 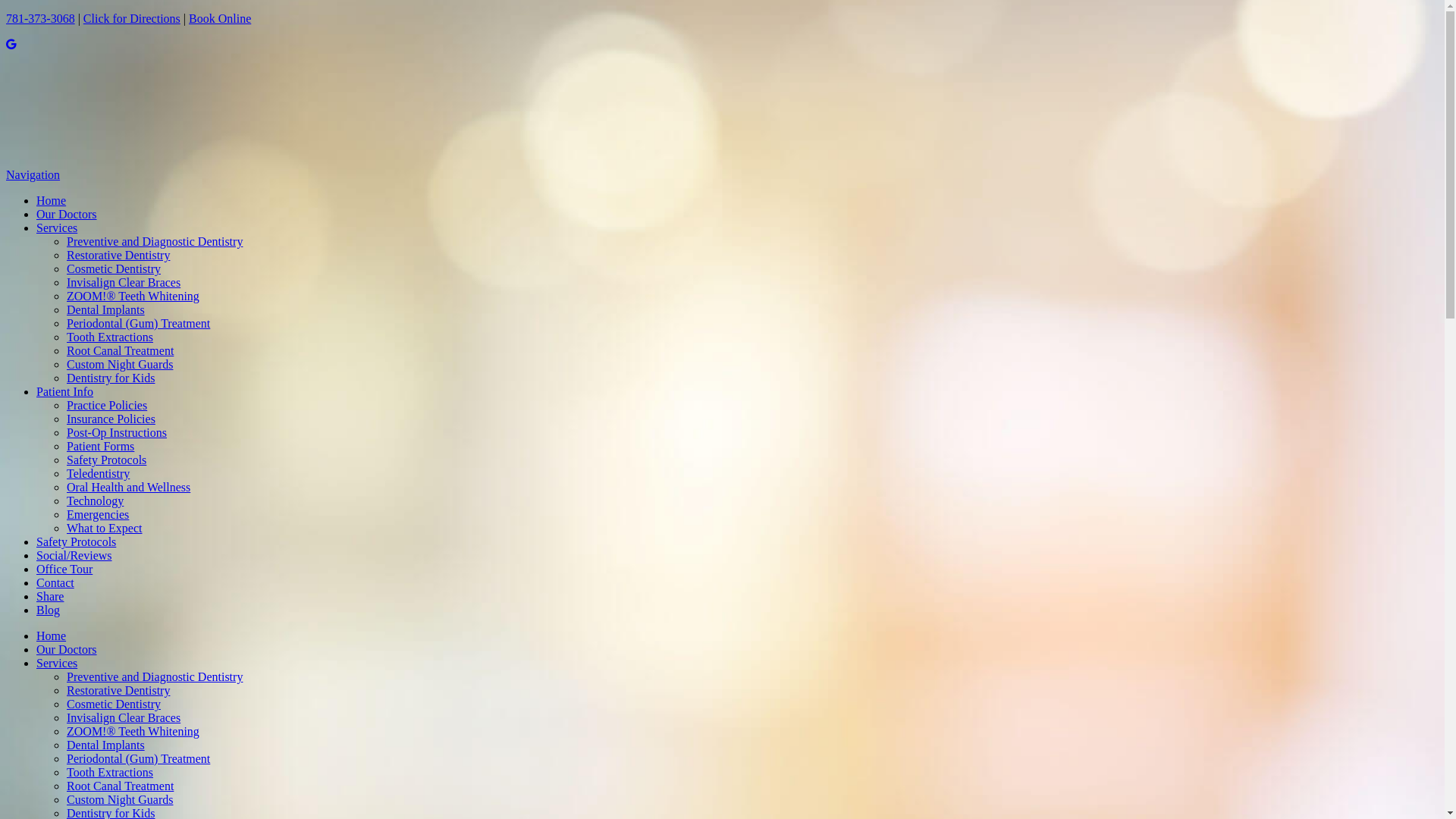 What do you see at coordinates (33, 174) in the screenshot?
I see `'Navigation'` at bounding box center [33, 174].